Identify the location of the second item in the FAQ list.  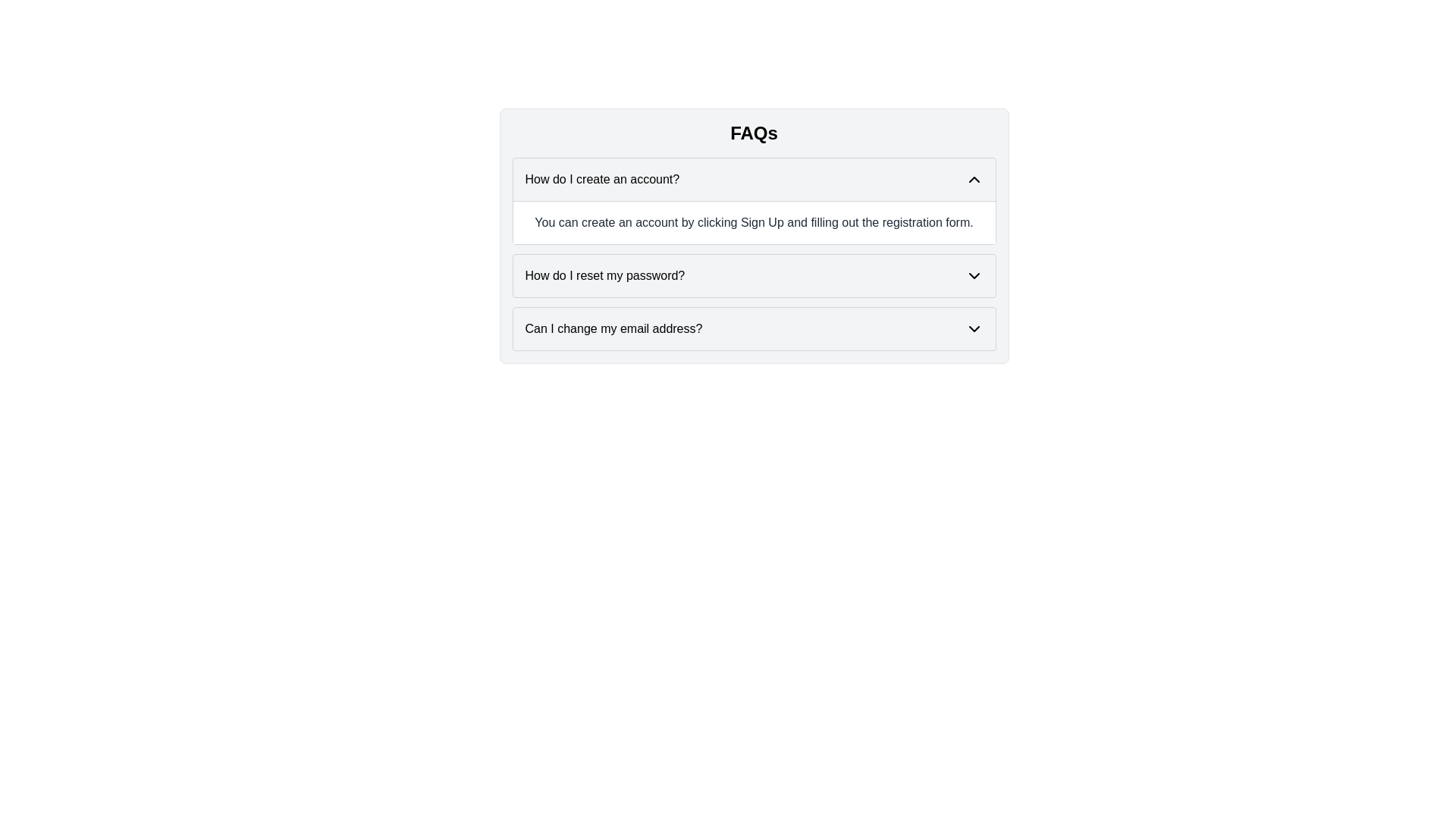
(754, 275).